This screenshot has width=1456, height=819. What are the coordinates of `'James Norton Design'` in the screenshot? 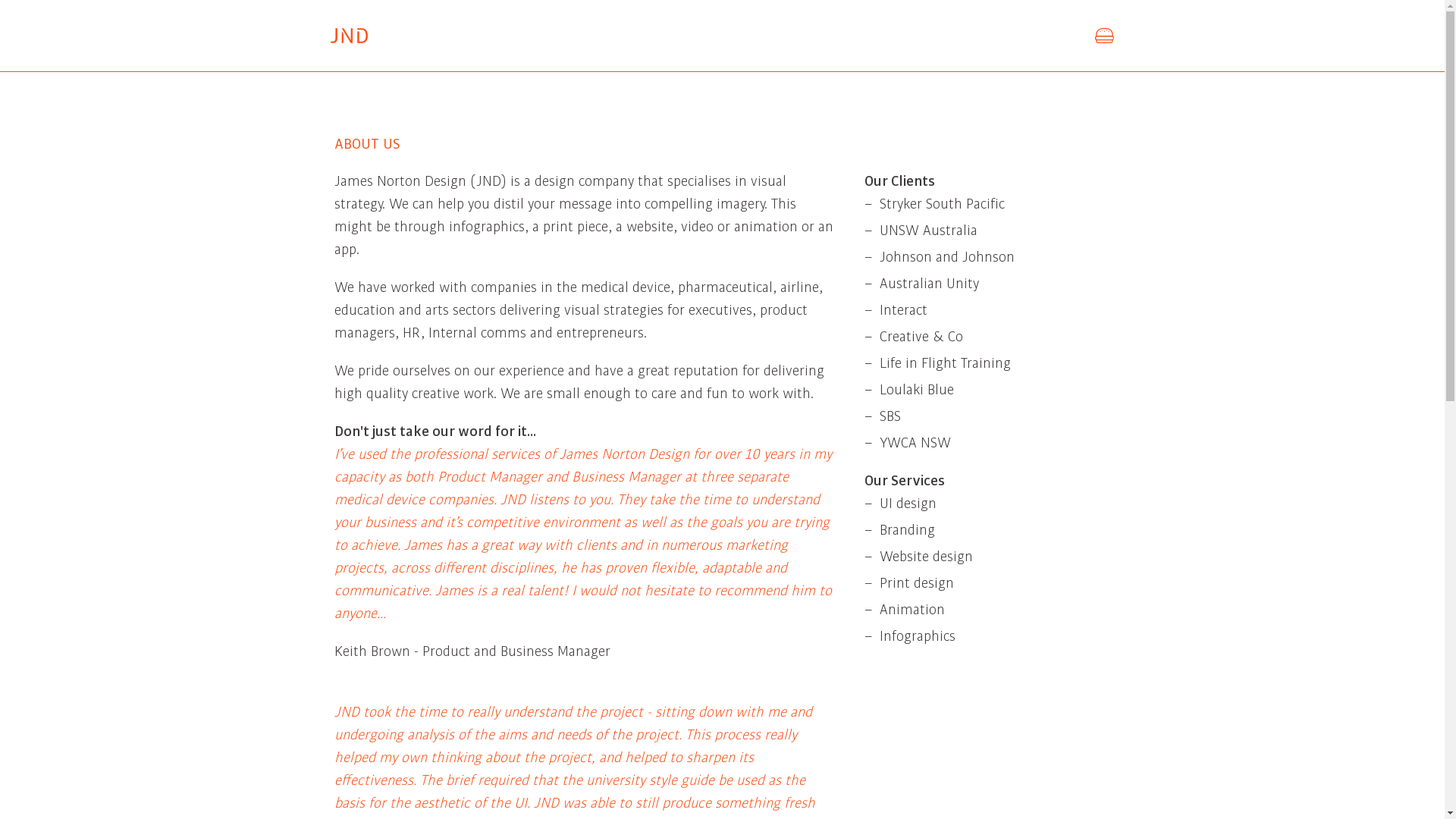 It's located at (348, 34).